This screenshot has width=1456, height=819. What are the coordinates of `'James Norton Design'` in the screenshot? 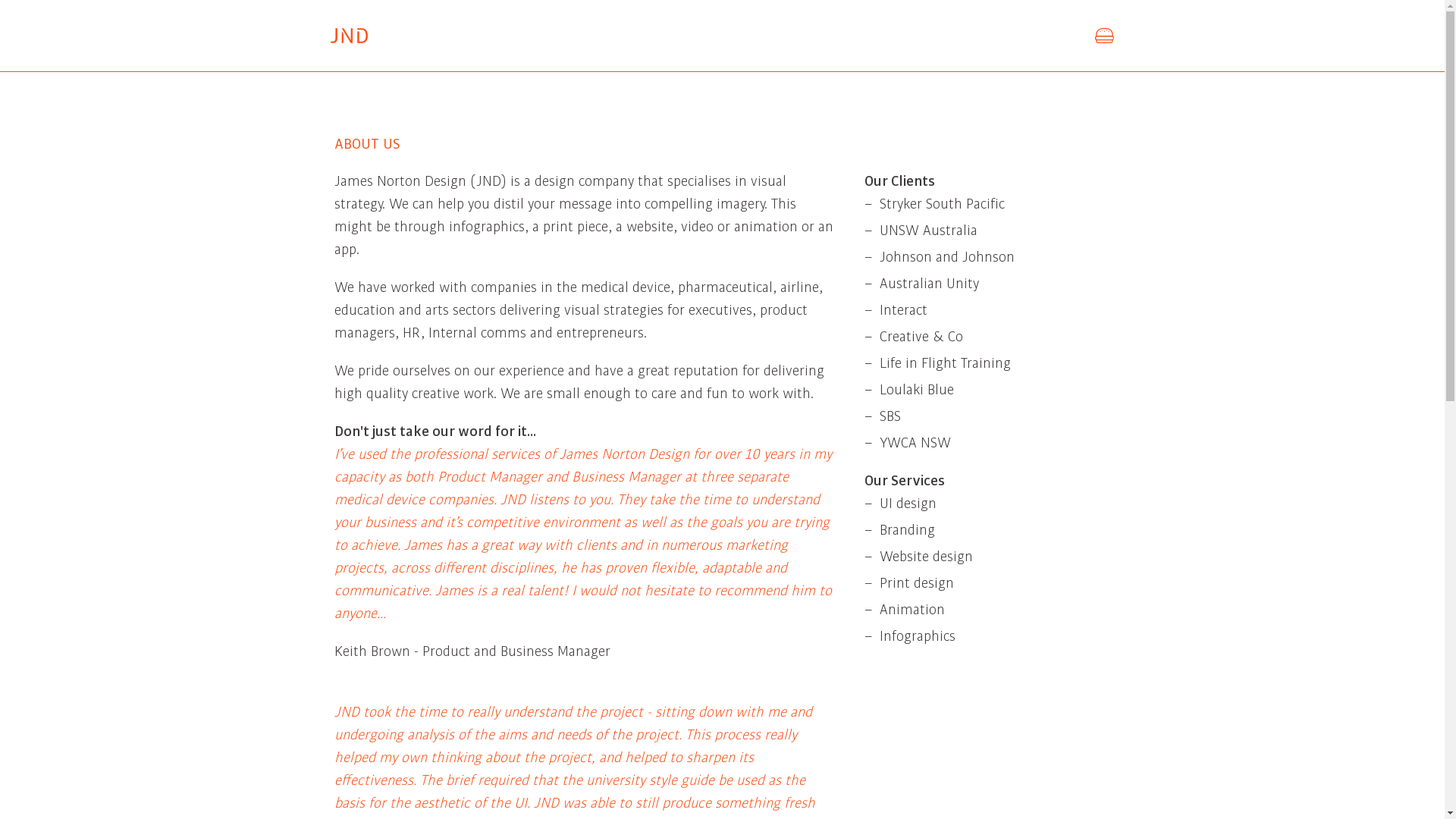 It's located at (348, 34).